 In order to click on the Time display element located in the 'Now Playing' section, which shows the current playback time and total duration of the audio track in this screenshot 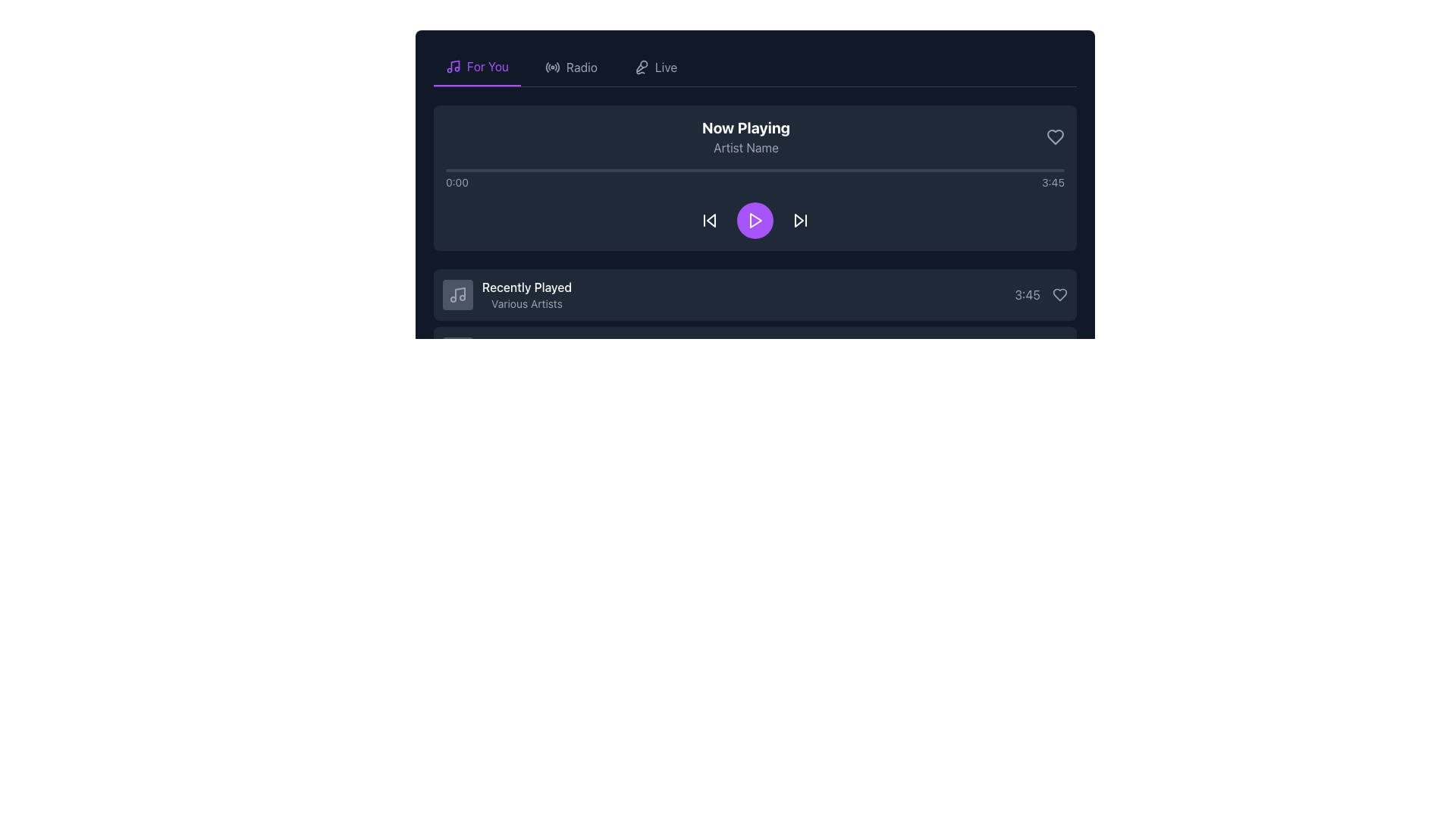, I will do `click(755, 181)`.